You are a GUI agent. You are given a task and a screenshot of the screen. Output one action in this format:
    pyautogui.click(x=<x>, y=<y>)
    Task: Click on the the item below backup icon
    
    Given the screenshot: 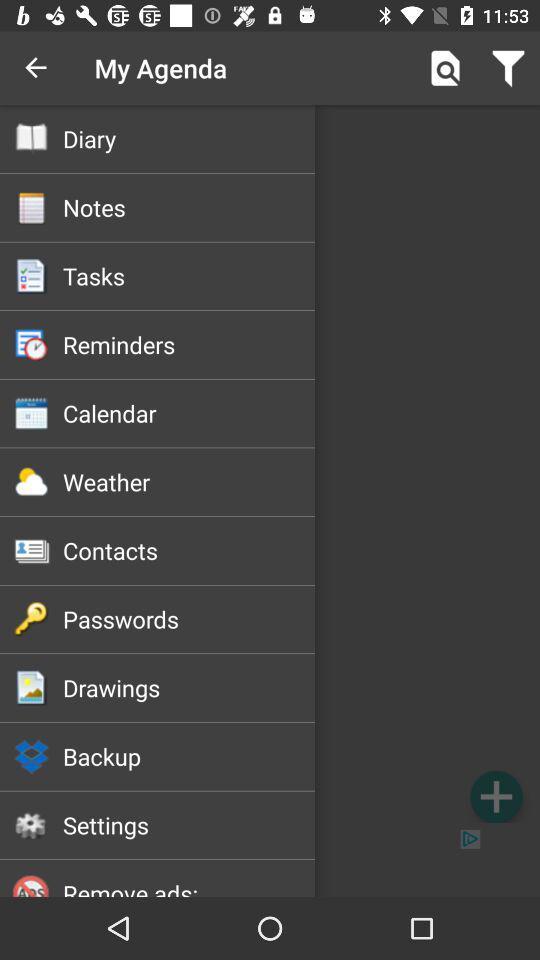 What is the action you would take?
    pyautogui.click(x=189, y=825)
    